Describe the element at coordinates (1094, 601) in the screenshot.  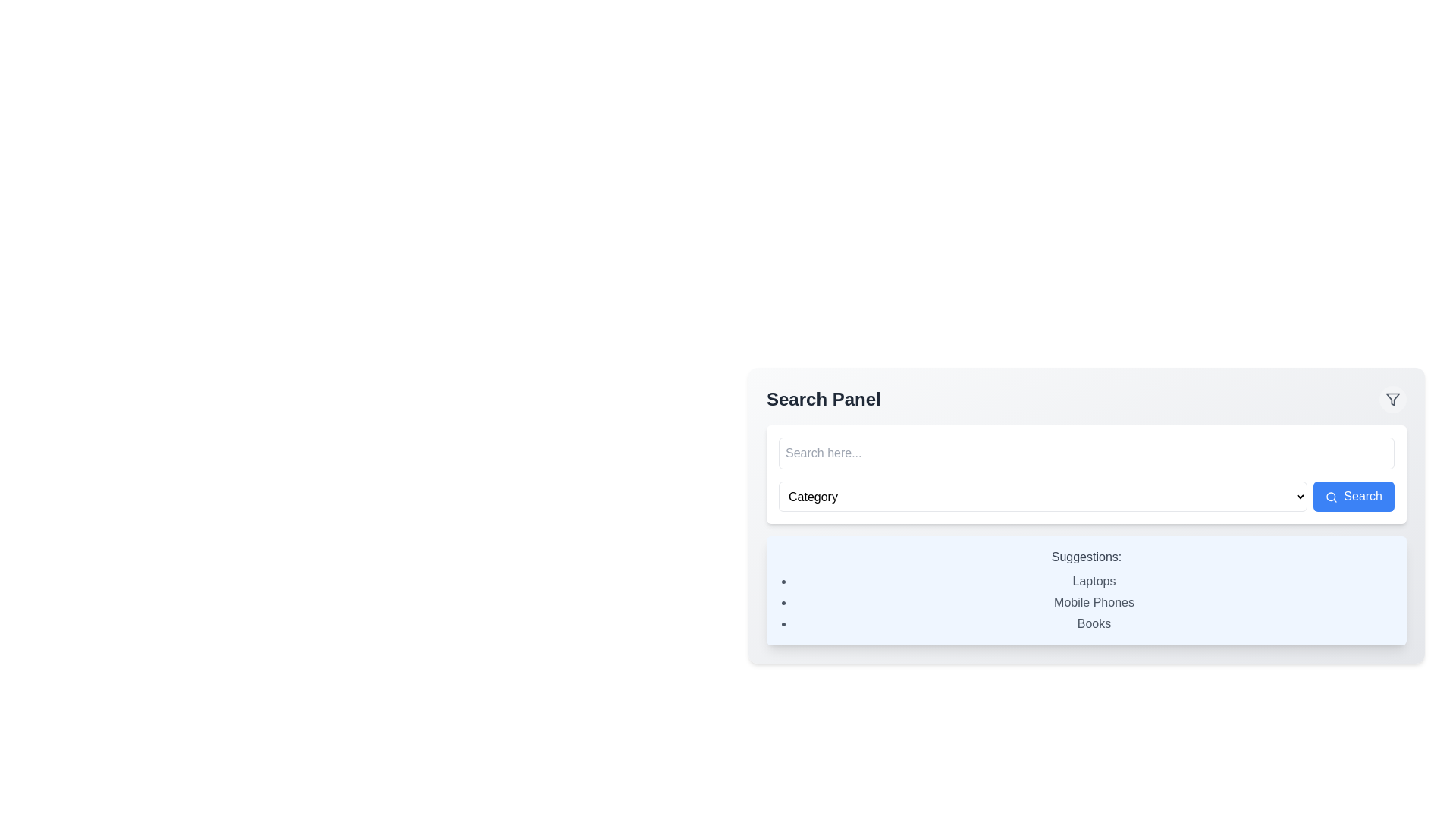
I see `the text item displaying 'Mobile Phones' located in the Suggestions section, which is the second item in a vertical list of three, between 'Laptops' and 'Books'` at that location.